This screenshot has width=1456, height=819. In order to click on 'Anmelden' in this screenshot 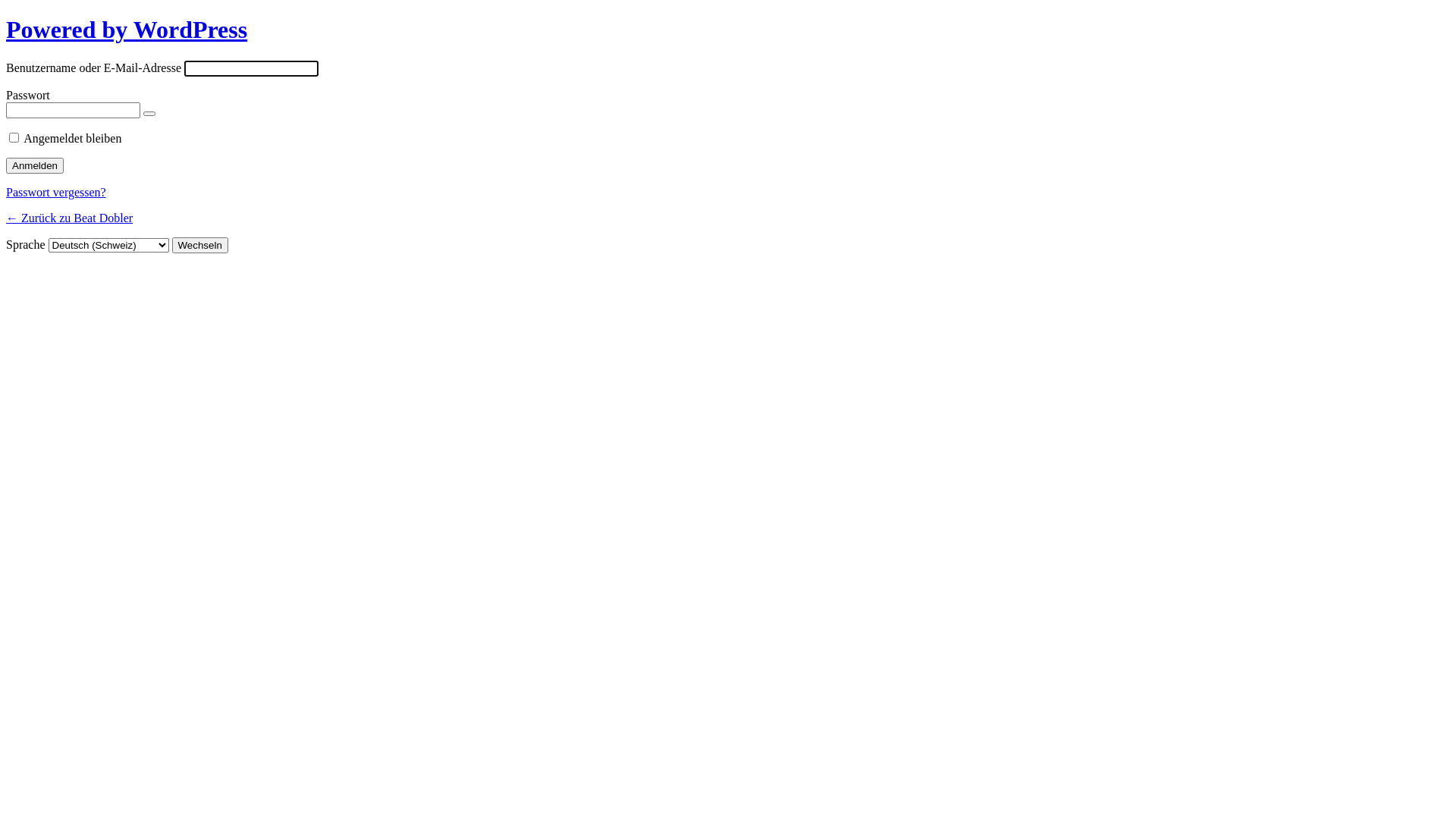, I will do `click(35, 165)`.